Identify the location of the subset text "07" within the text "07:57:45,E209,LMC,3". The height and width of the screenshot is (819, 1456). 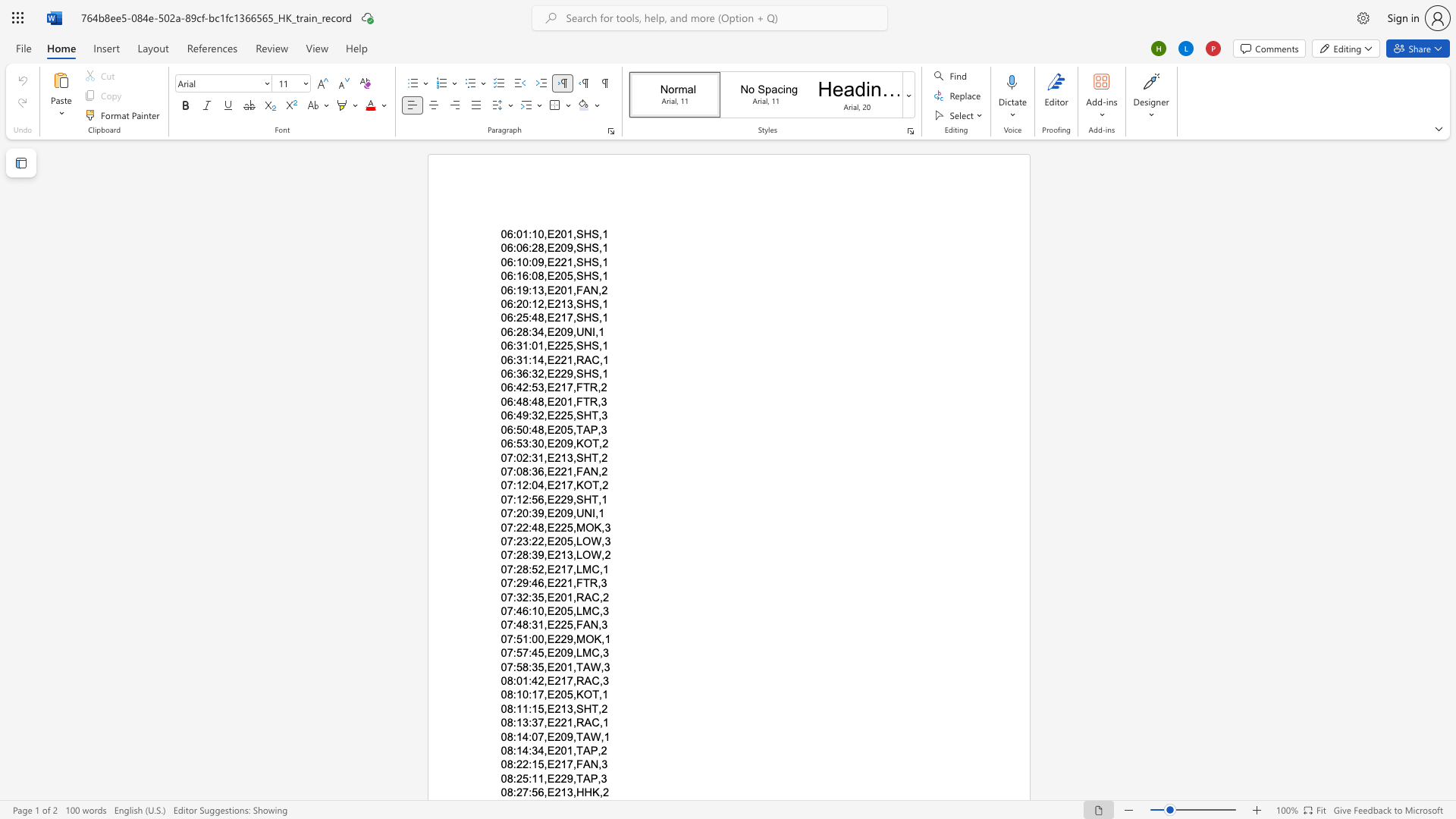
(500, 652).